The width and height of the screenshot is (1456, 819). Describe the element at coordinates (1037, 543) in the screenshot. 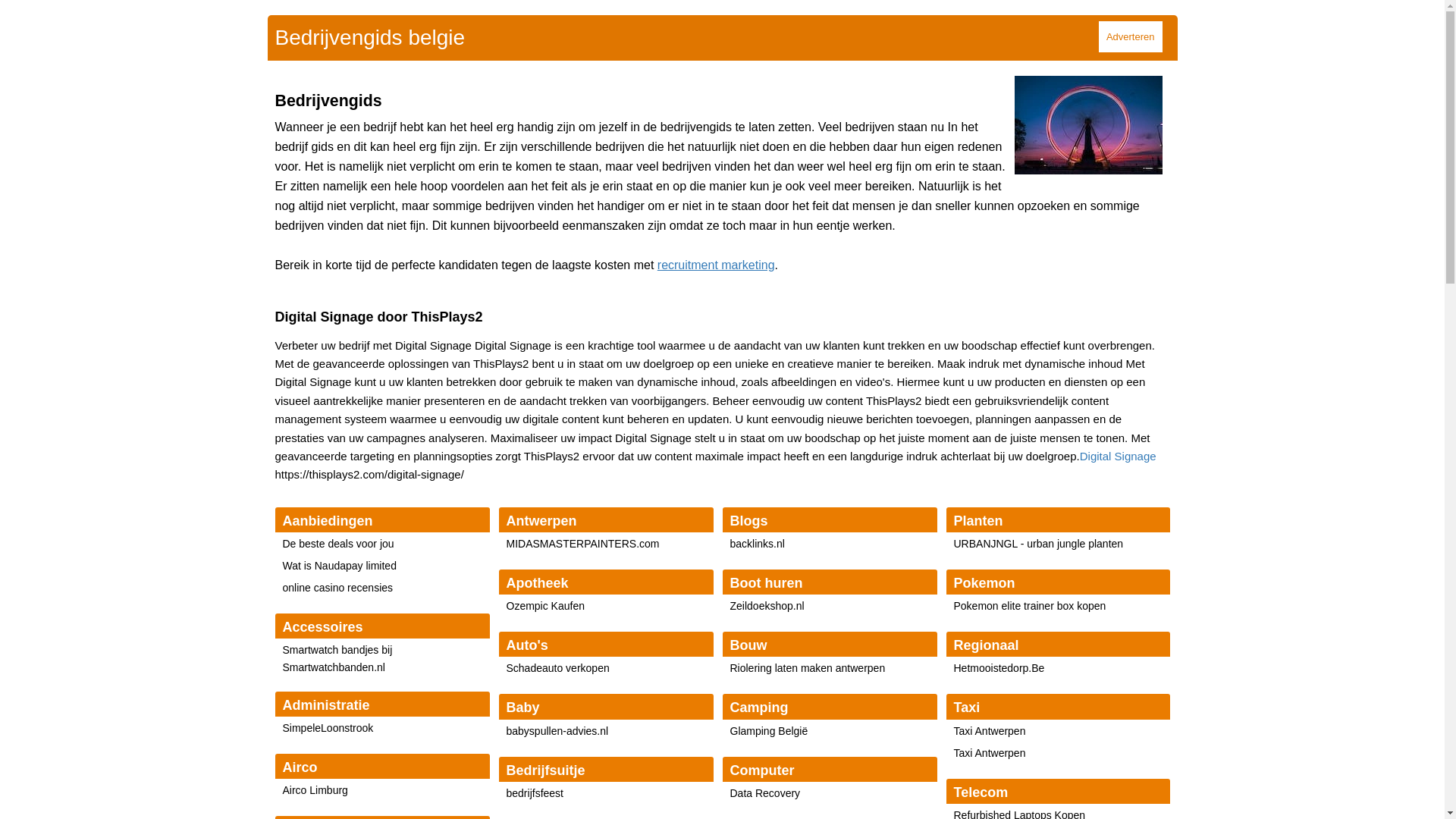

I see `'URBANJNGL - urban jungle planten'` at that location.